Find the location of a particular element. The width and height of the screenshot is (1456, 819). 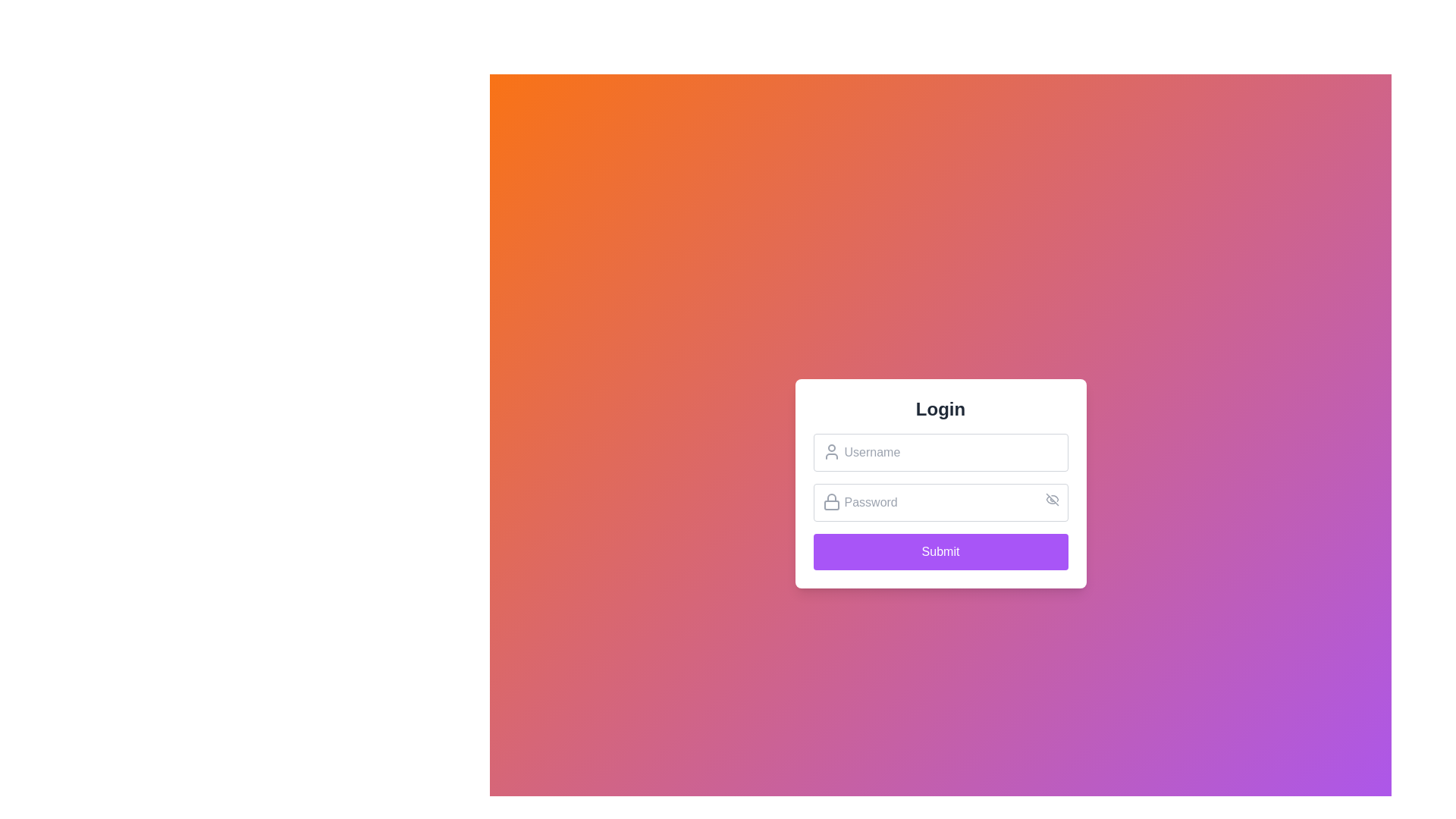

the small gray button with an eye icon located at the top-right corner of the password input field is located at coordinates (1051, 500).